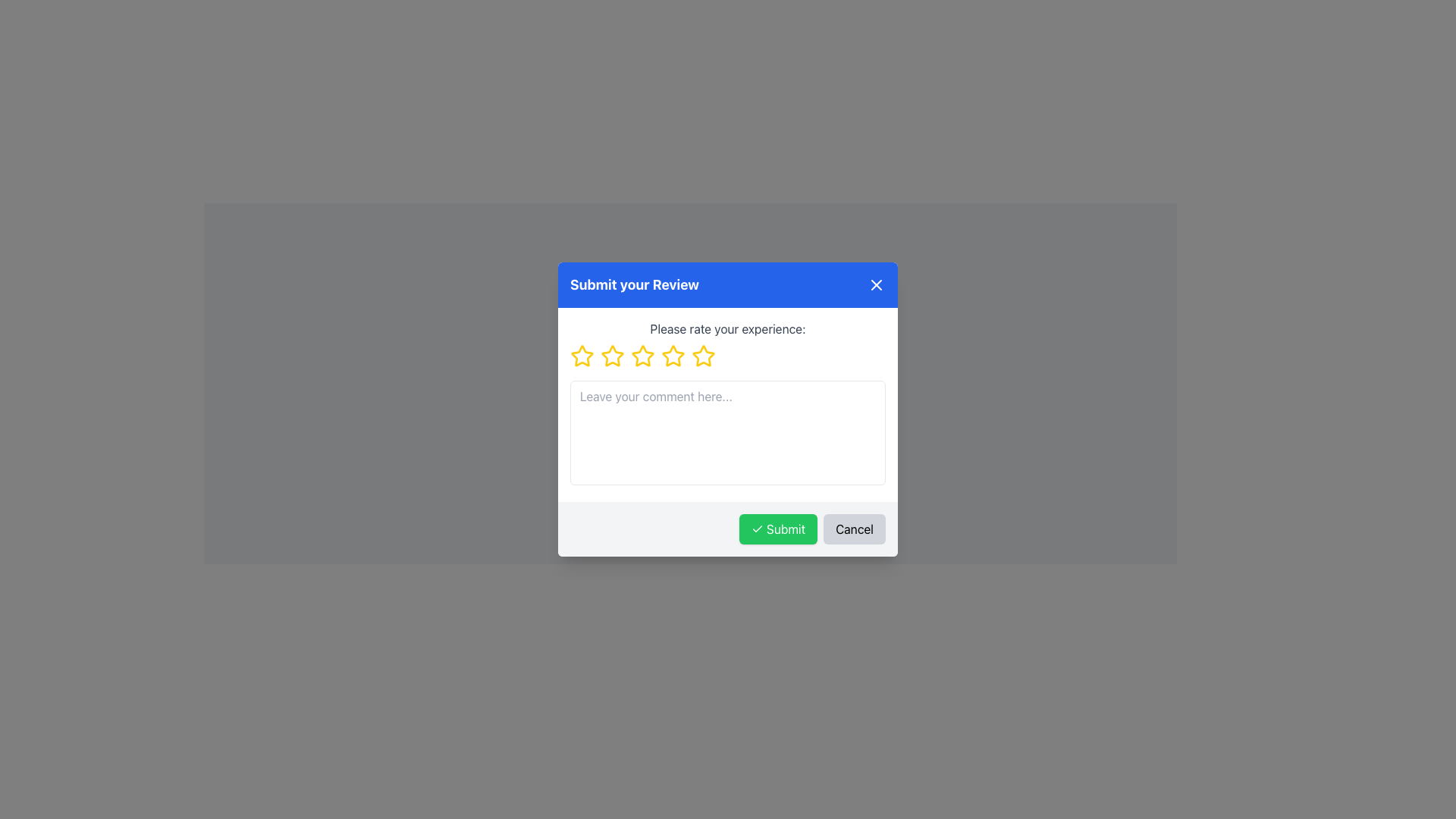 This screenshot has width=1456, height=819. Describe the element at coordinates (643, 356) in the screenshot. I see `the fourth yellow star-shaped icon in the star rating button row` at that location.